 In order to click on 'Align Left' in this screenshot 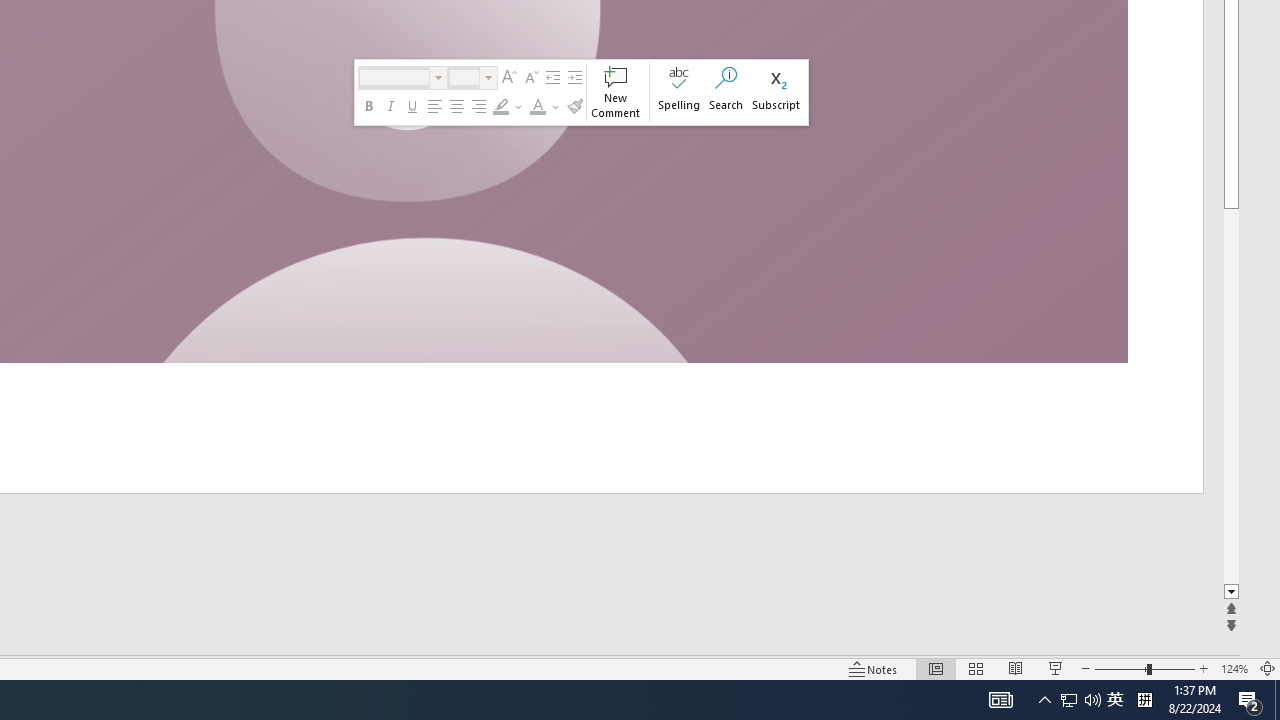, I will do `click(433, 106)`.